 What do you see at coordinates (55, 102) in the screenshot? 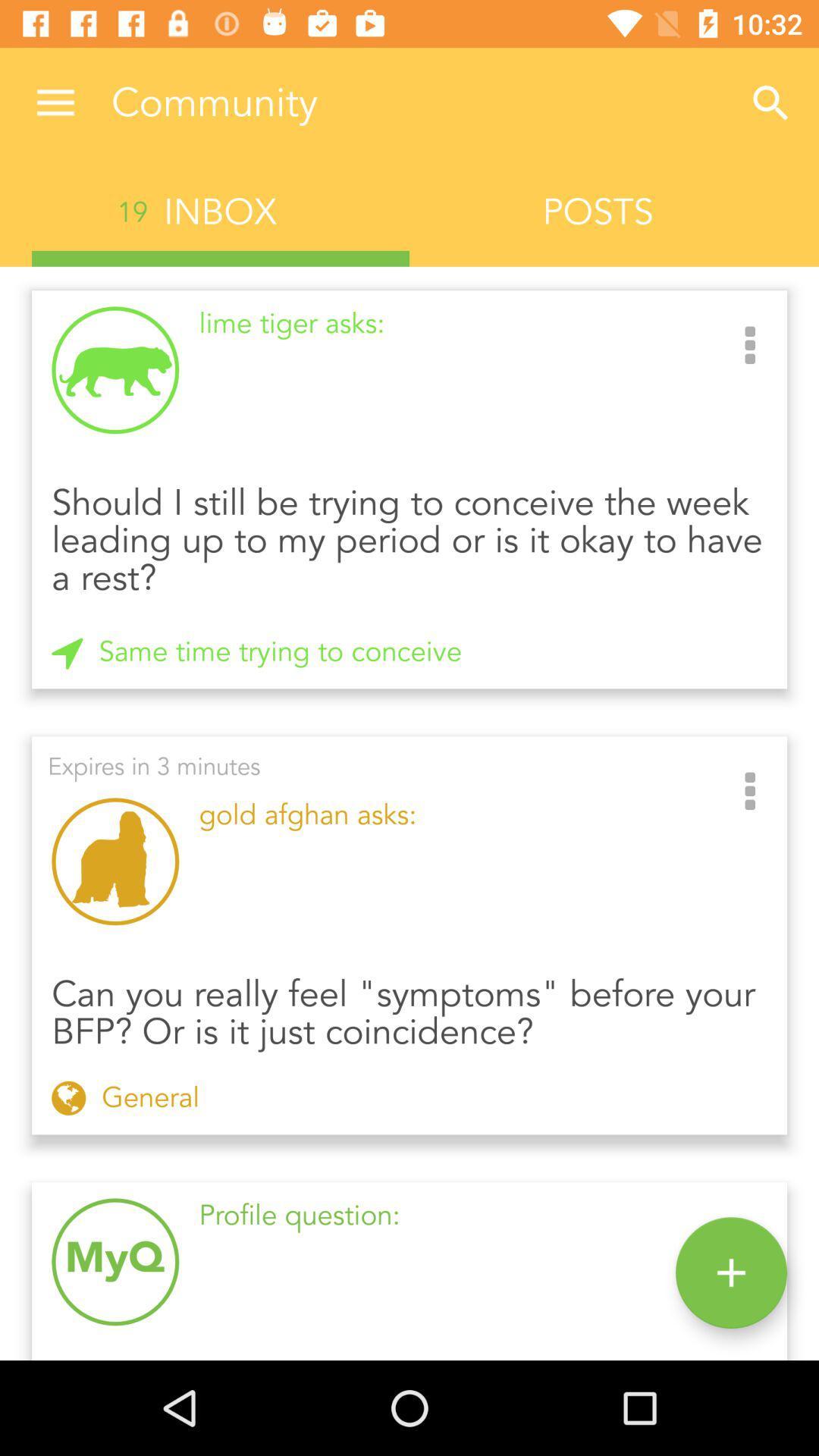
I see `the icon next to community item` at bounding box center [55, 102].